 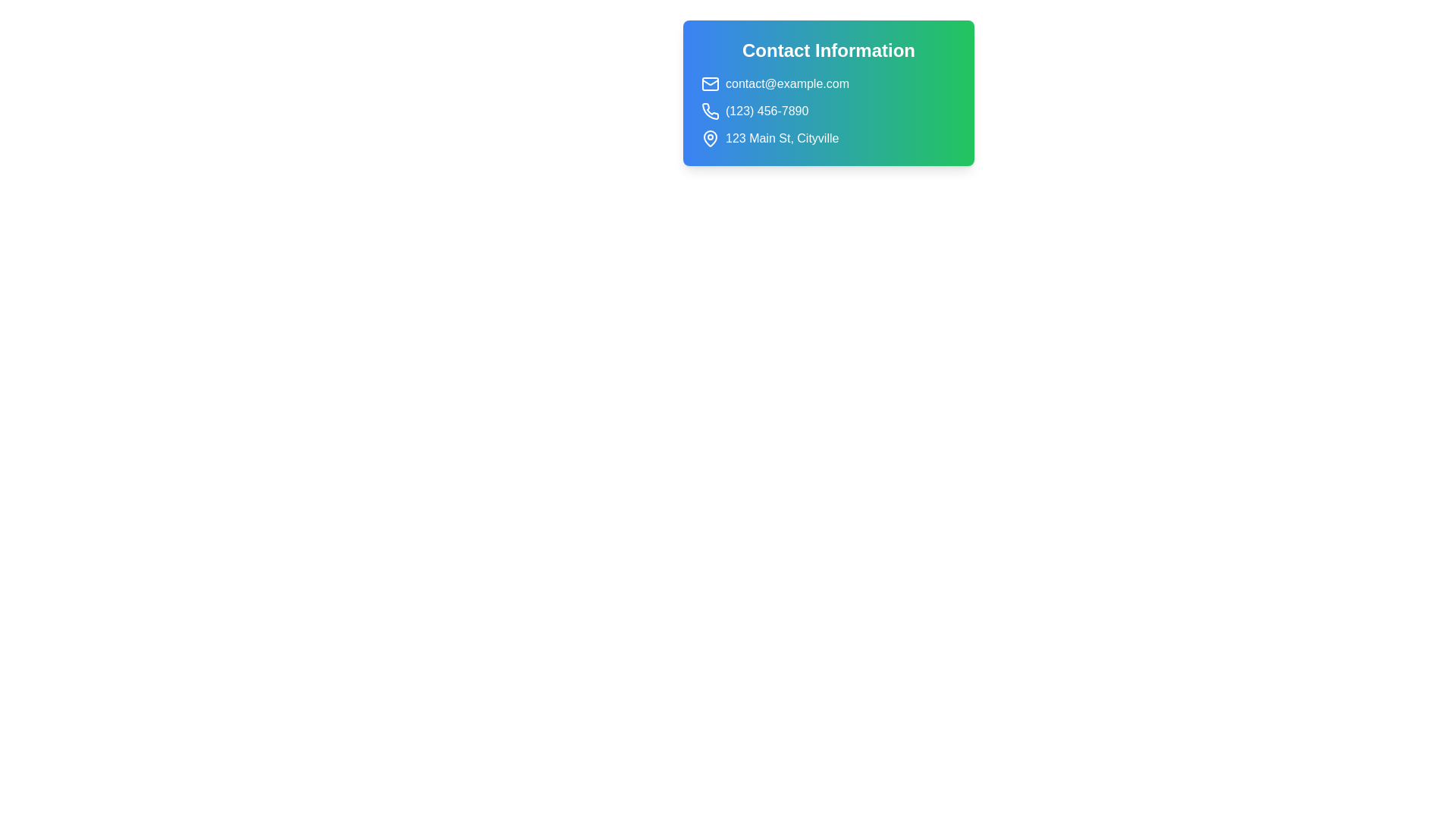 What do you see at coordinates (782, 138) in the screenshot?
I see `the static text display that presents the physical address in the 'Contact Information' section, located below the phone number and beside the pin icon` at bounding box center [782, 138].